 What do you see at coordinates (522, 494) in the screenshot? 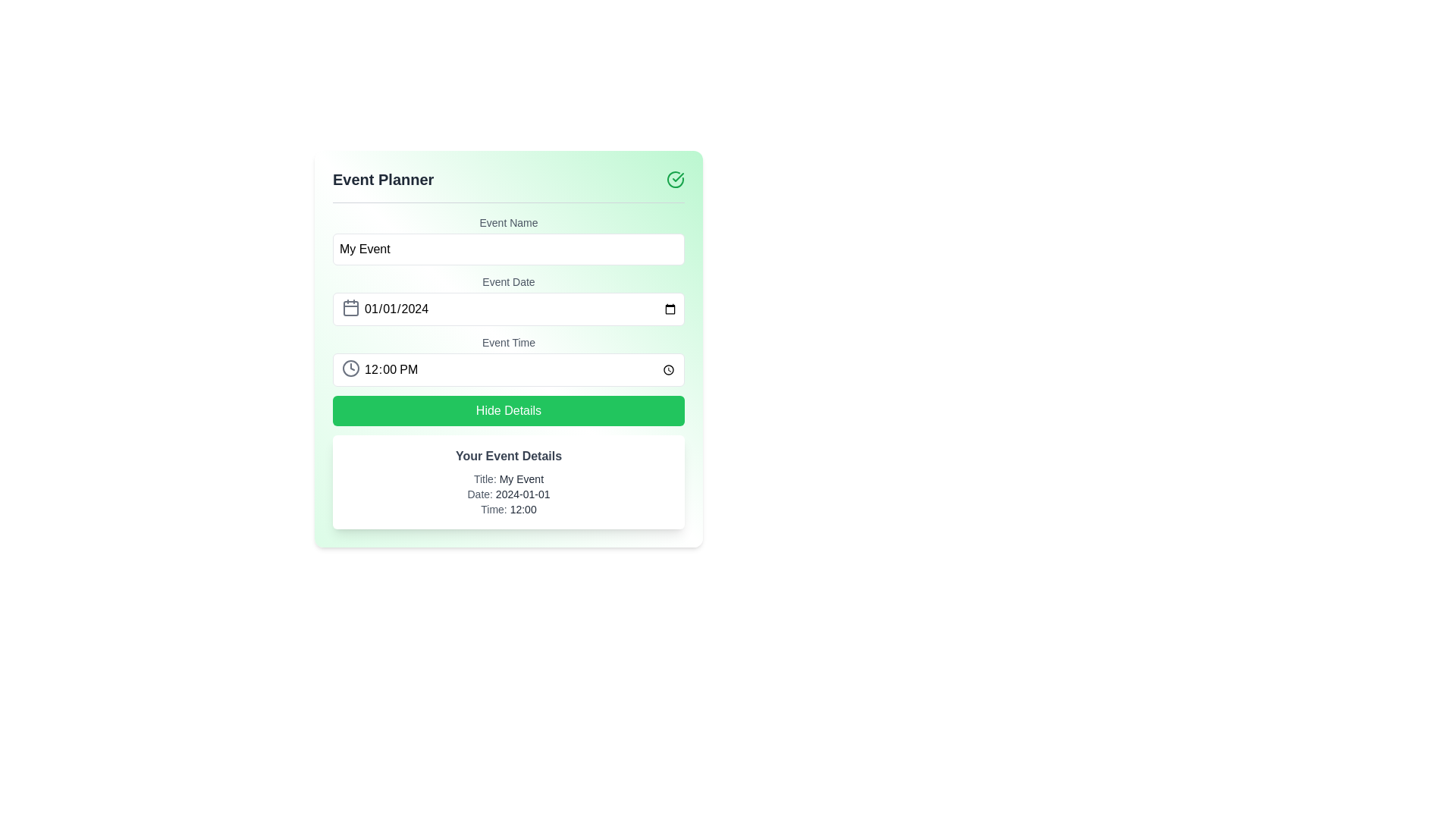
I see `the static text displaying the event date located in the 'Your Event Details' section, positioned below the 'Hide Details' button and aligned with the label 'Date:'` at bounding box center [522, 494].